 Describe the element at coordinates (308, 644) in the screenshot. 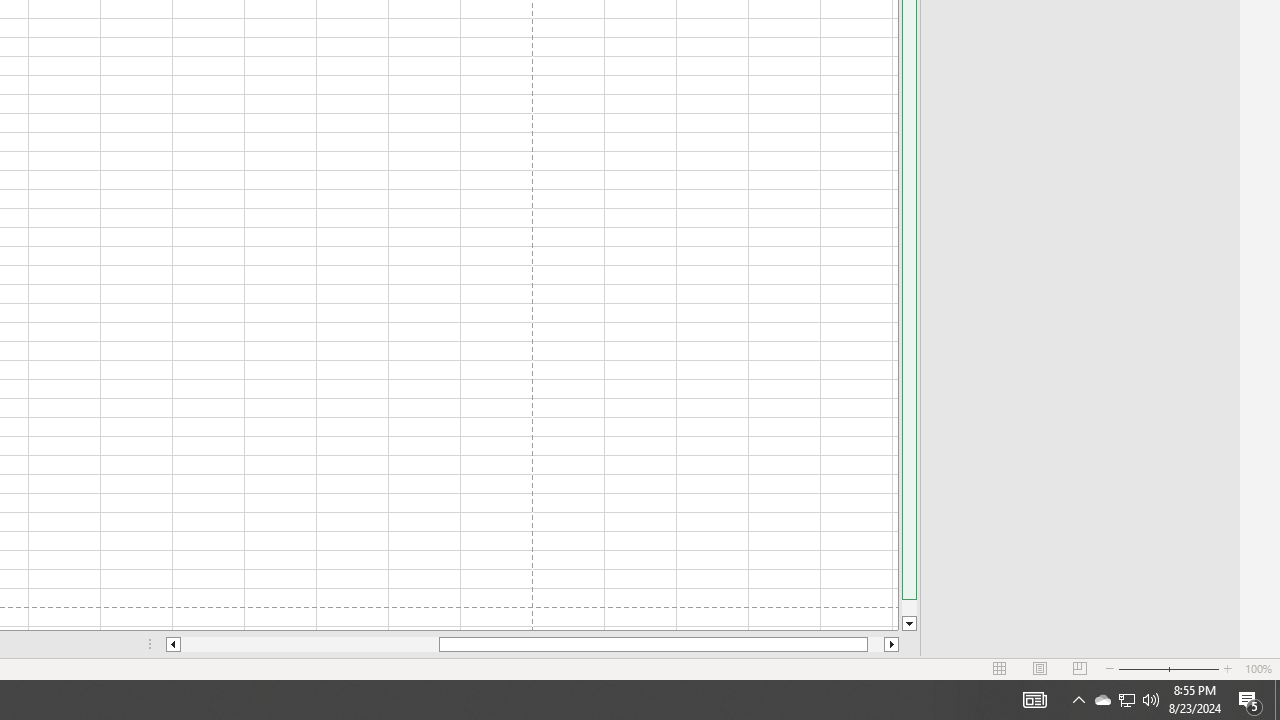

I see `'Page left'` at that location.